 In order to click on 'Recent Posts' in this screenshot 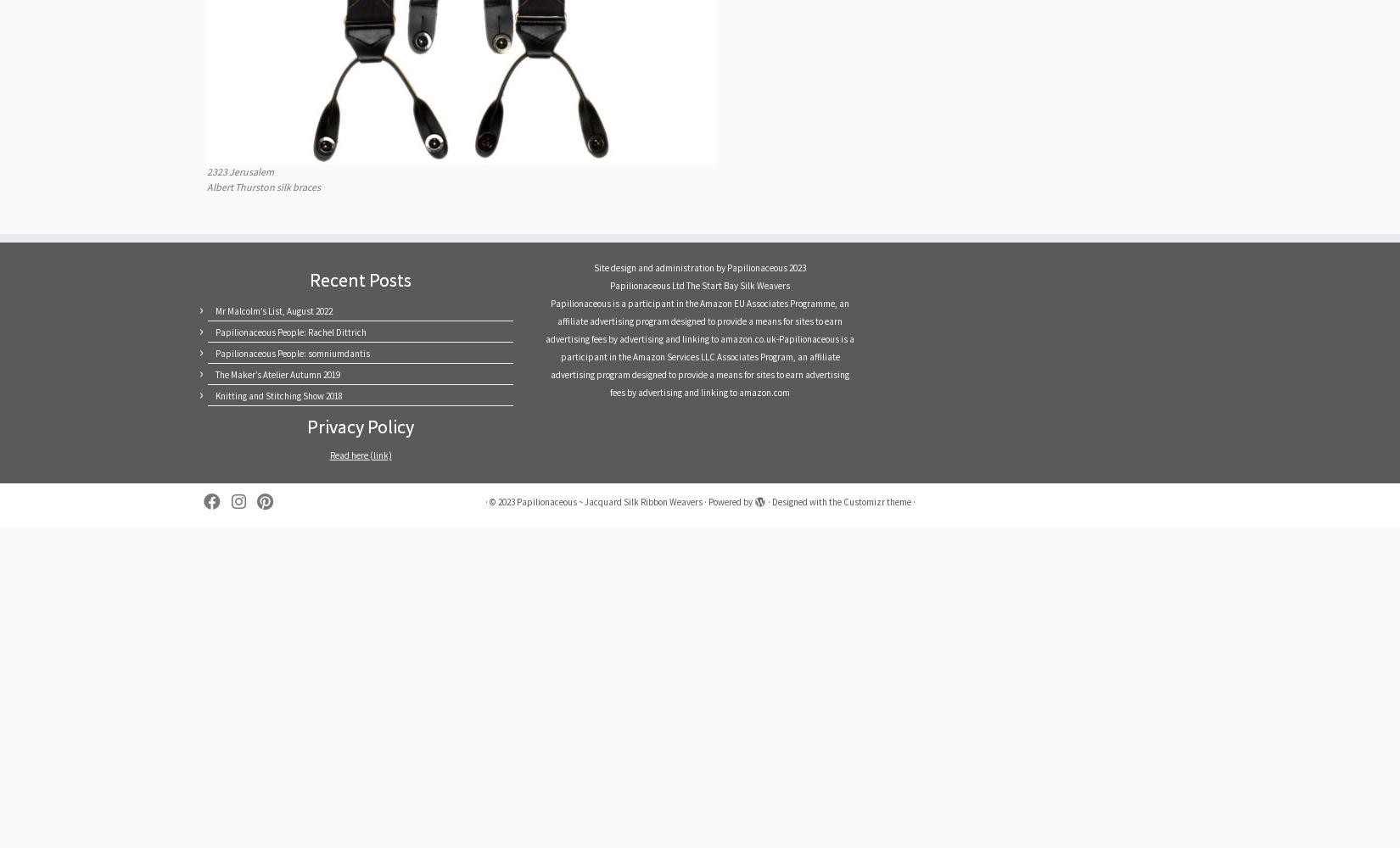, I will do `click(360, 278)`.